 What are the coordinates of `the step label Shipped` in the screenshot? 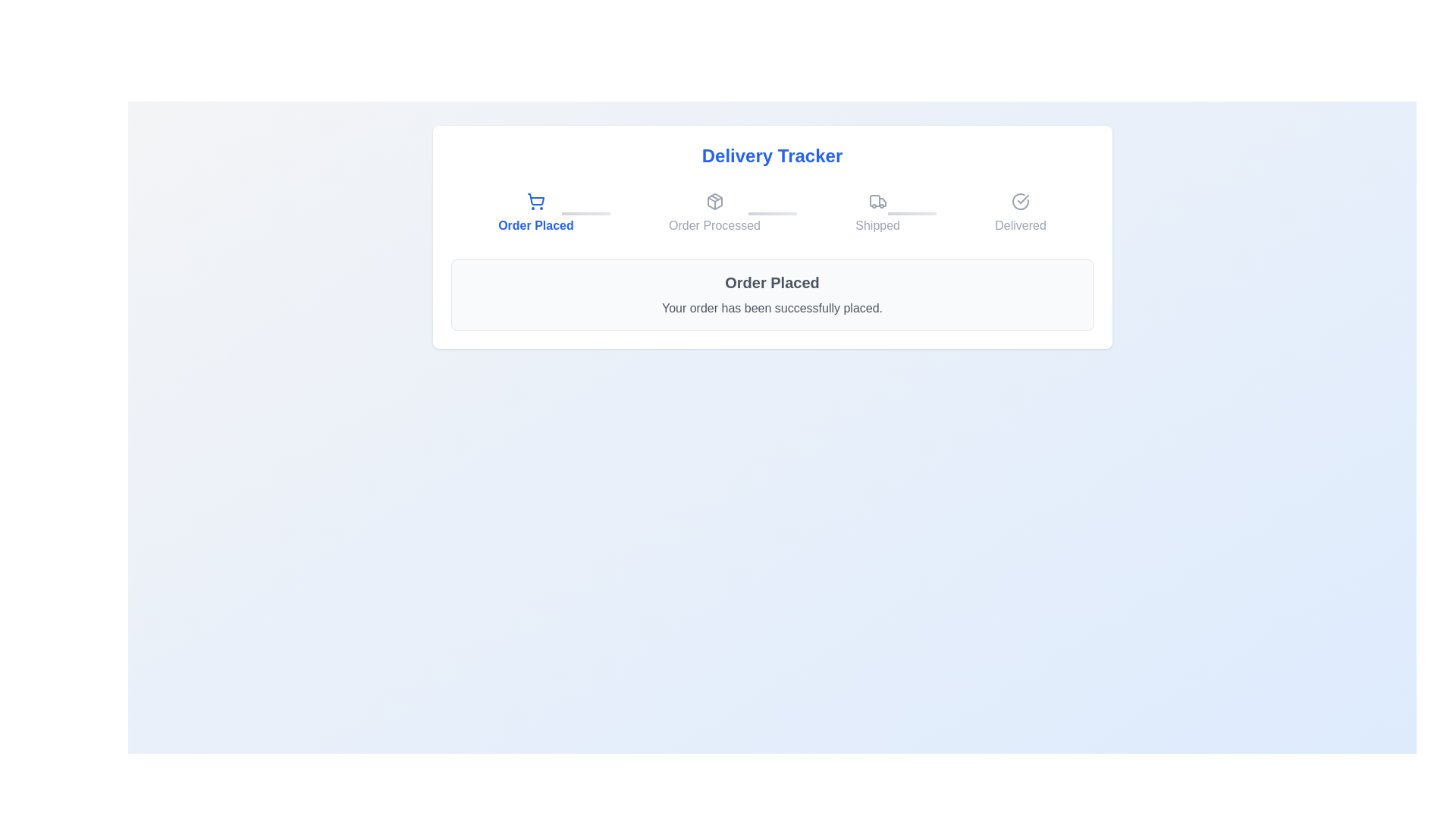 It's located at (877, 213).